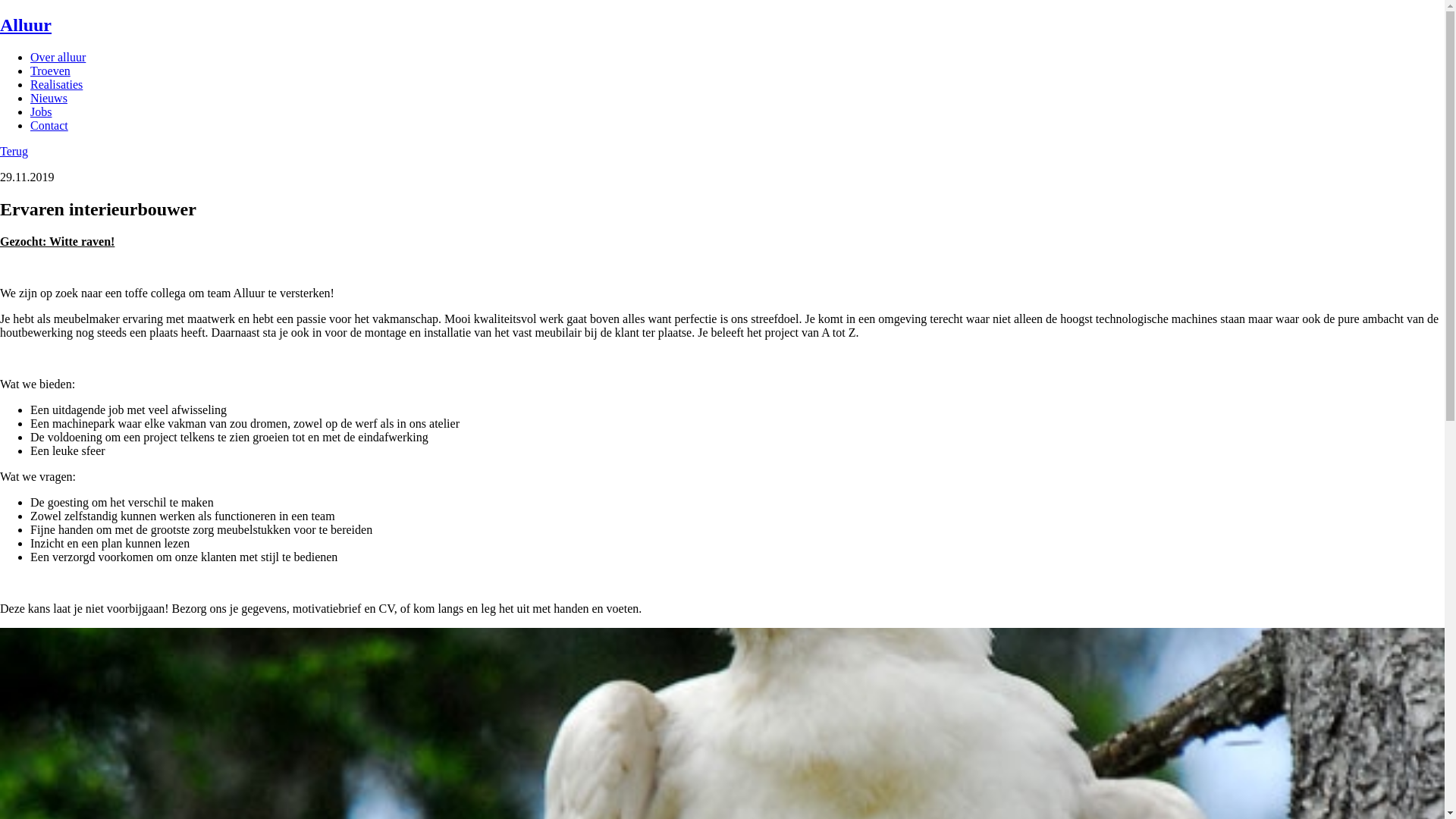  I want to click on 'Over alluur', so click(58, 56).